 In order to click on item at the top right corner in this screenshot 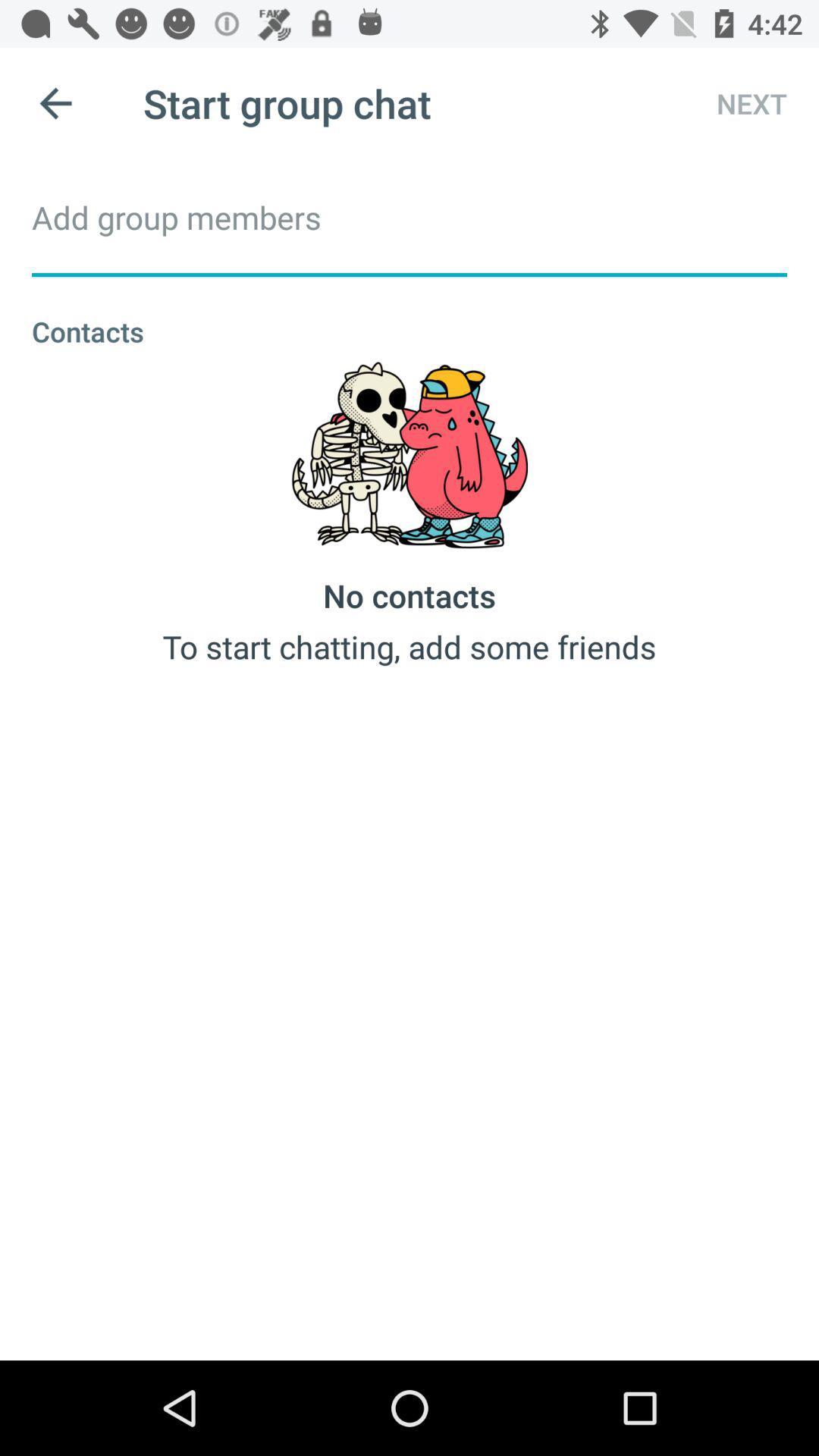, I will do `click(737, 102)`.